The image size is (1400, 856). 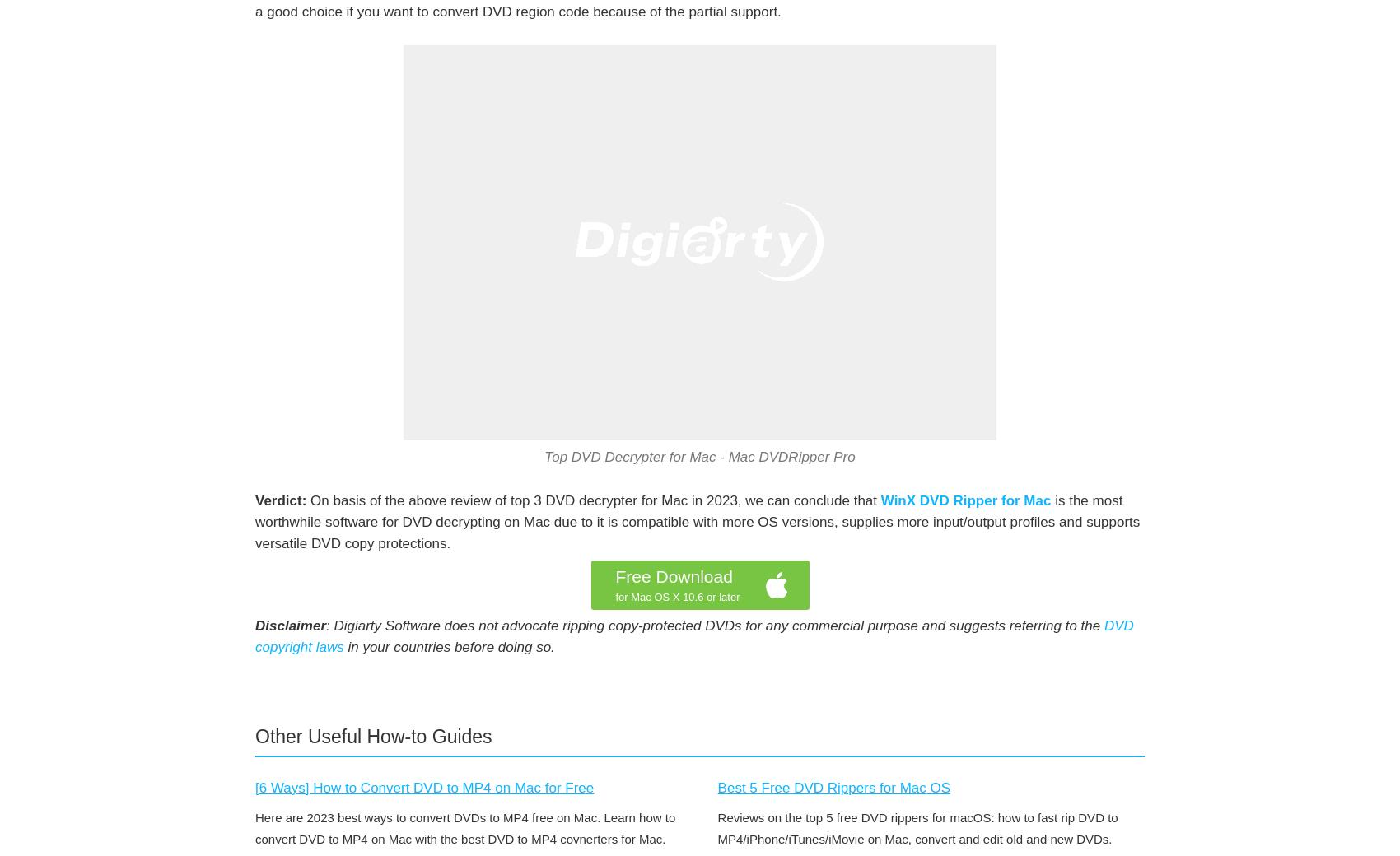 I want to click on 'Top DVD Decrypter for Mac - Mac DVDRipper Pro', so click(x=698, y=456).